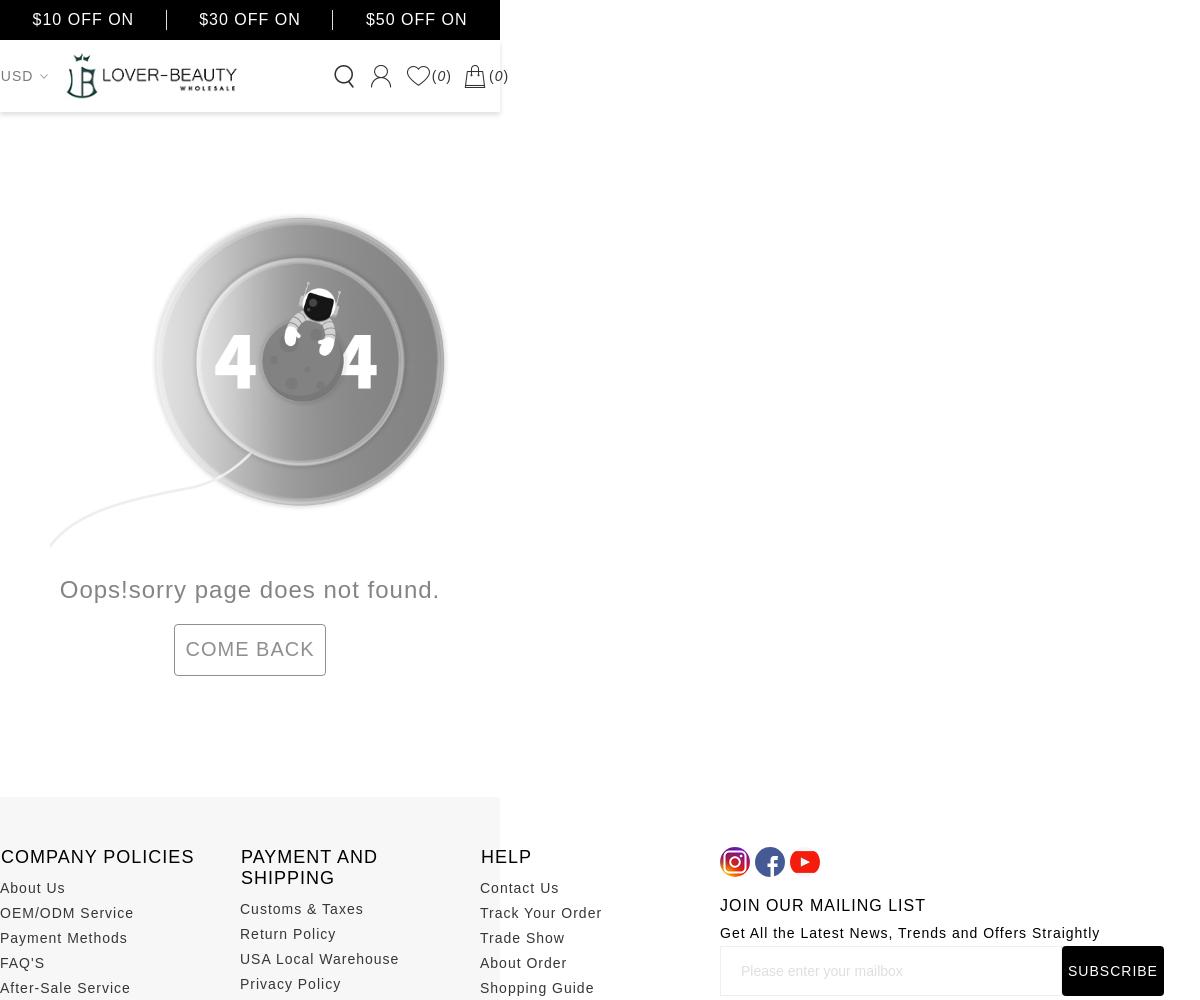  Describe the element at coordinates (287, 933) in the screenshot. I see `'Return Policy'` at that location.